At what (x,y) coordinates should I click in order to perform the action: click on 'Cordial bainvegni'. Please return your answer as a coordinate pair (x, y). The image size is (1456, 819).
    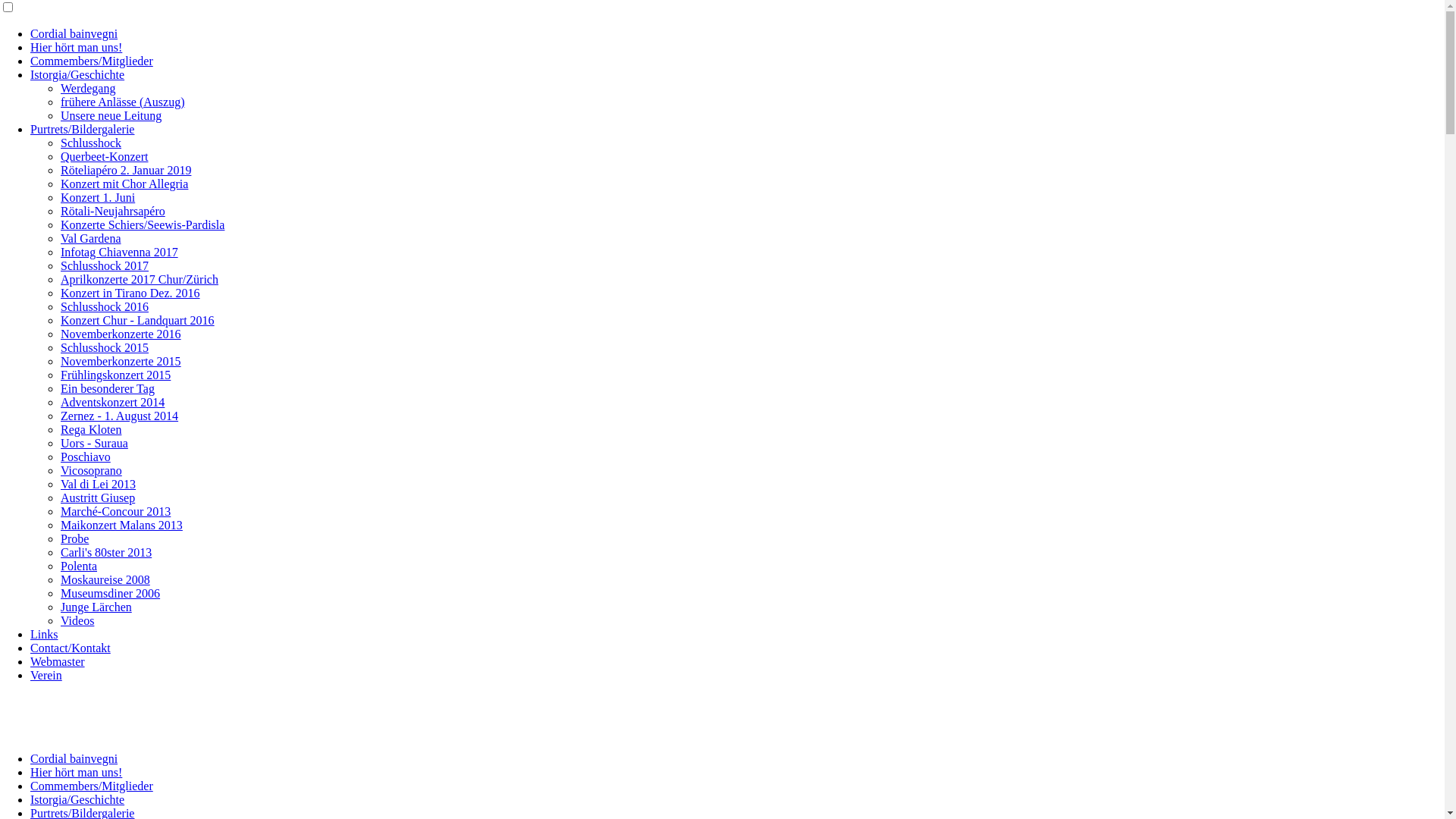
    Looking at the image, I should click on (30, 33).